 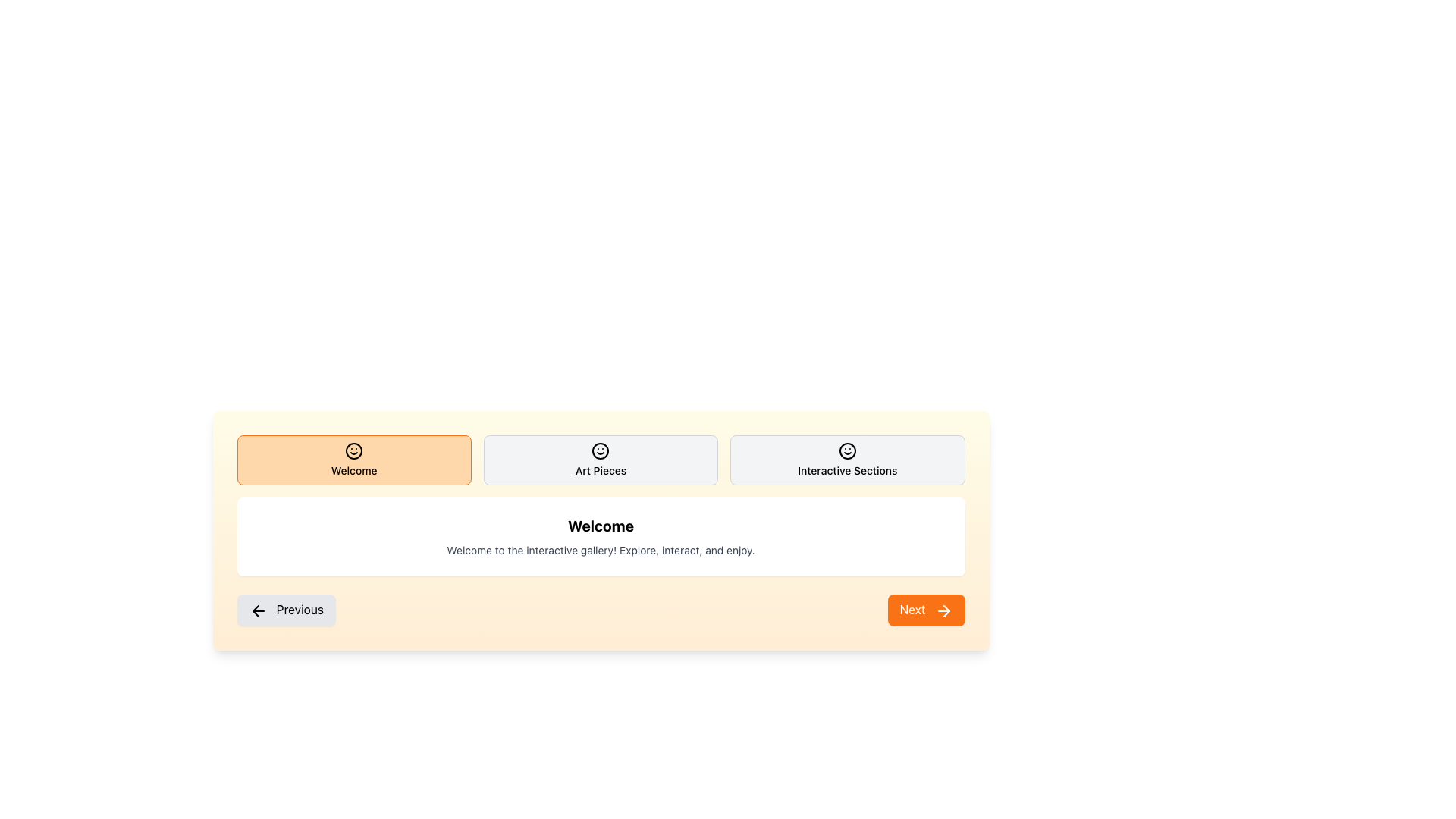 What do you see at coordinates (846, 450) in the screenshot?
I see `the smiley face SVG Icon that serves as a visual indicator for the 'Interactive Sections' option, positioned in the top row of the interface as the third option in a horizontal list` at bounding box center [846, 450].